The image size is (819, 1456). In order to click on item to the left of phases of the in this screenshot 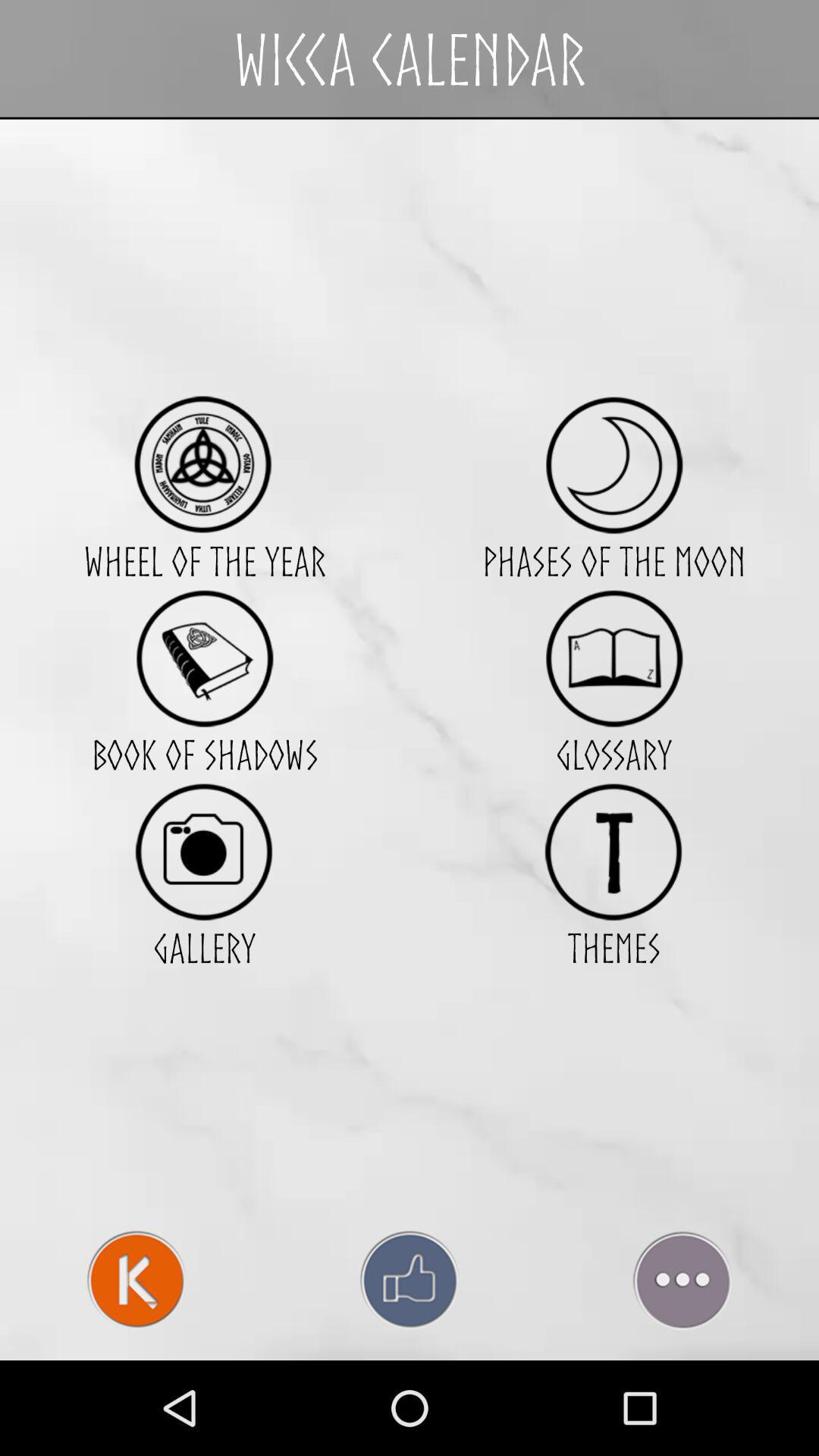, I will do `click(203, 658)`.